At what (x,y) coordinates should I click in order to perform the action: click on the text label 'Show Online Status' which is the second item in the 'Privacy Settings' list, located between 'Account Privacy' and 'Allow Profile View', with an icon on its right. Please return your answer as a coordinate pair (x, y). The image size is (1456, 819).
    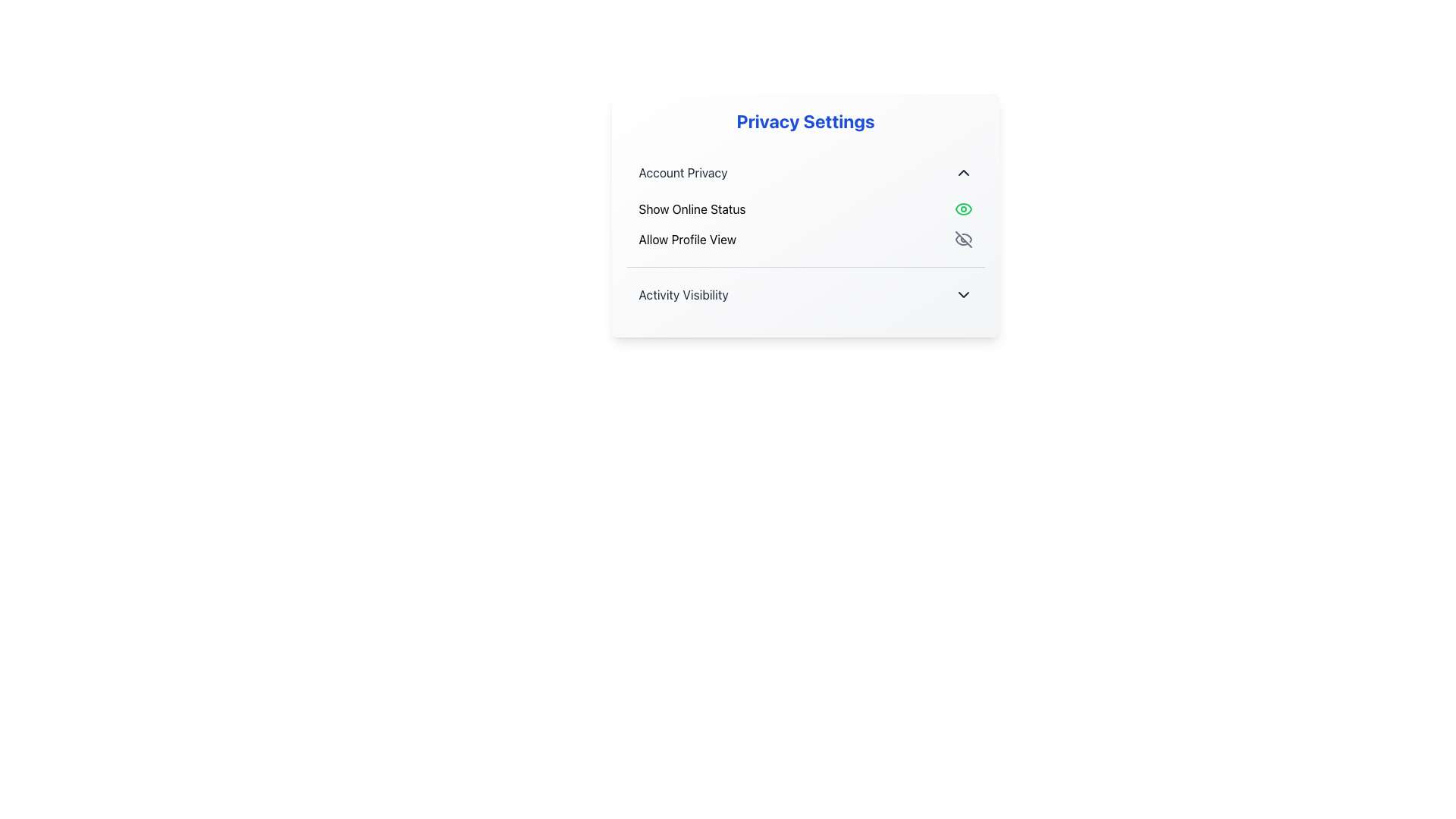
    Looking at the image, I should click on (691, 209).